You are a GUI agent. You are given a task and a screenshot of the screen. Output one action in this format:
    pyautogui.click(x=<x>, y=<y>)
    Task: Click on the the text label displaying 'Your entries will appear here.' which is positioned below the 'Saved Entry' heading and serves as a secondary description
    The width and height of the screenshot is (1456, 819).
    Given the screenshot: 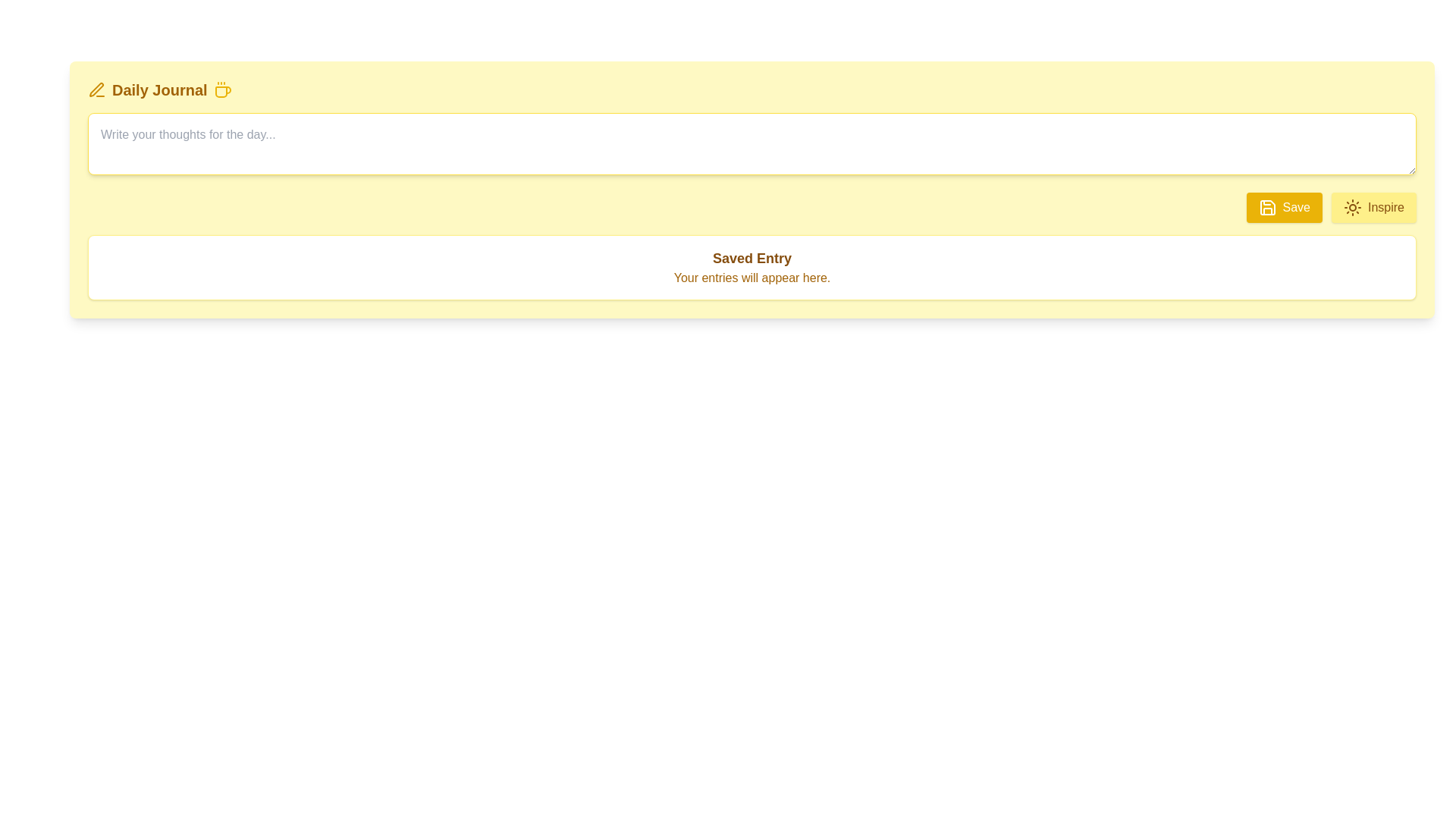 What is the action you would take?
    pyautogui.click(x=752, y=278)
    